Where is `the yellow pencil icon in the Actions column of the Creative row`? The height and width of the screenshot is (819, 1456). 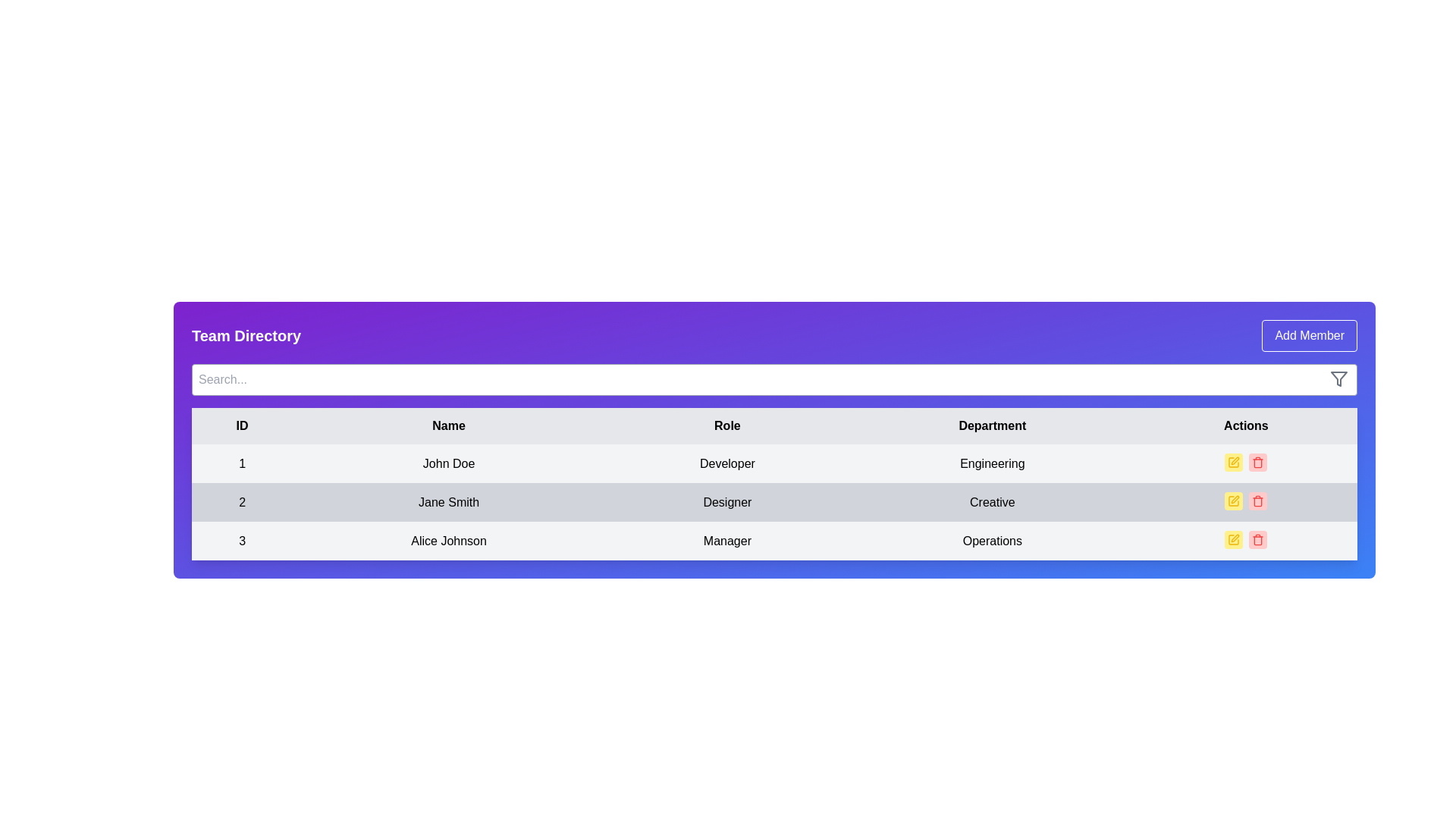
the yellow pencil icon in the Actions column of the Creative row is located at coordinates (1235, 500).